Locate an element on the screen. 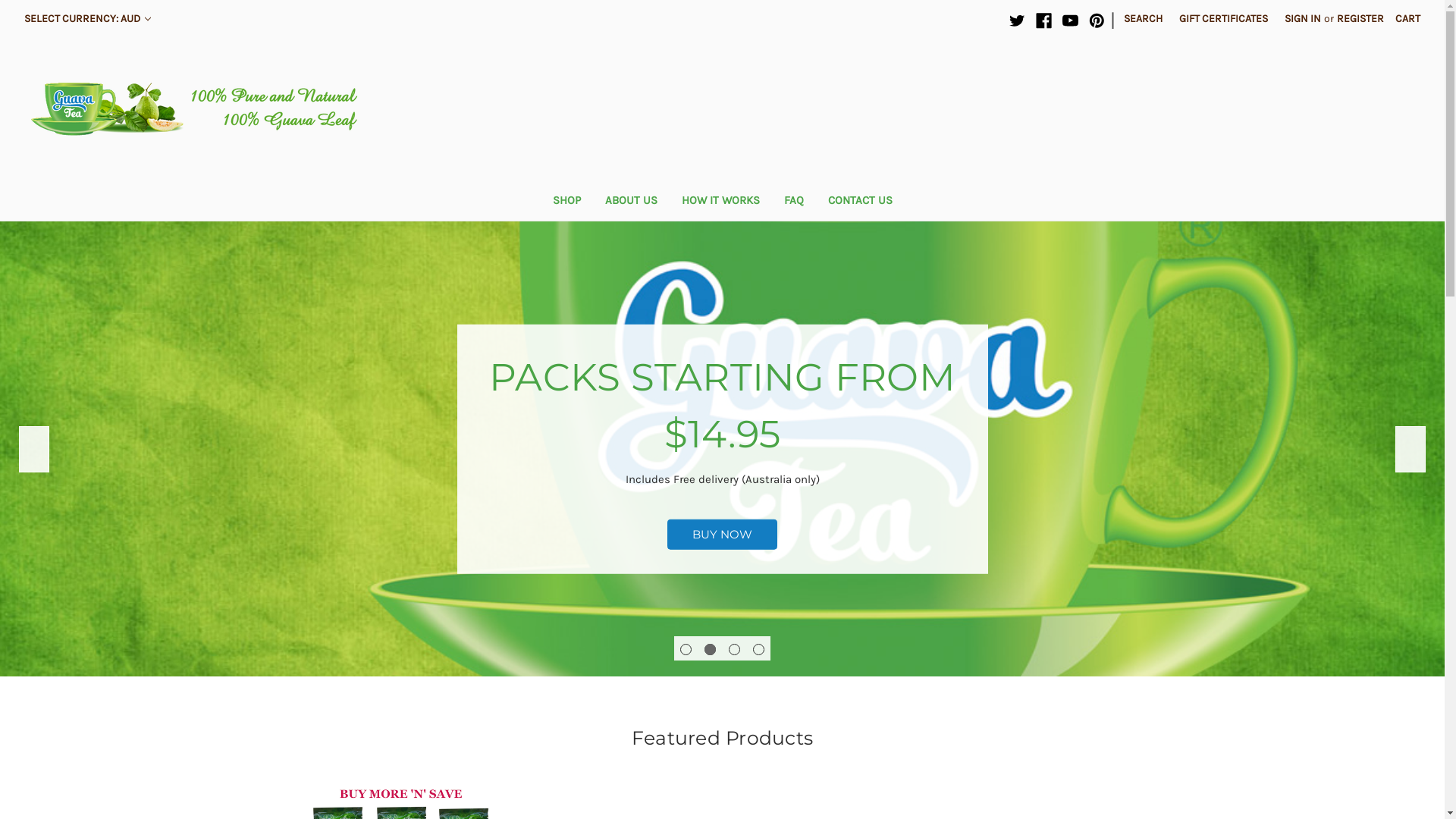 Image resolution: width=1456 pixels, height=819 pixels. 'SIGN IN' is located at coordinates (1276, 18).